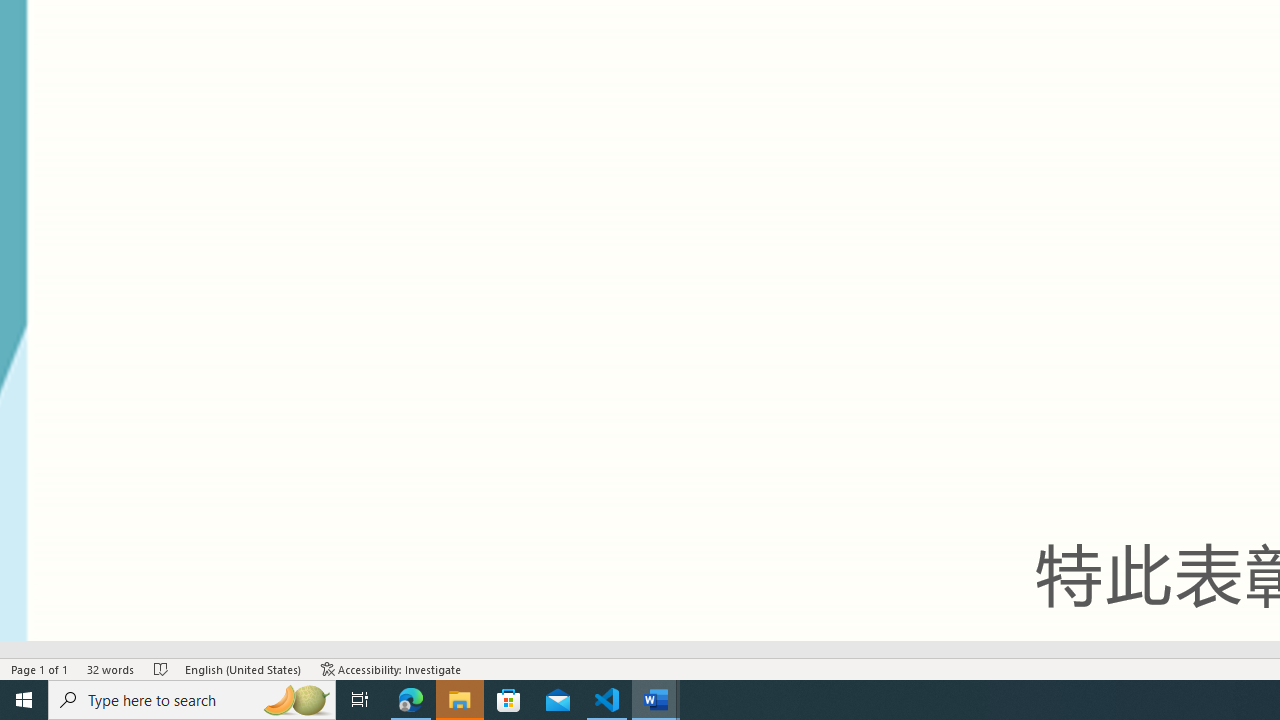  What do you see at coordinates (359, 698) in the screenshot?
I see `'Task View'` at bounding box center [359, 698].